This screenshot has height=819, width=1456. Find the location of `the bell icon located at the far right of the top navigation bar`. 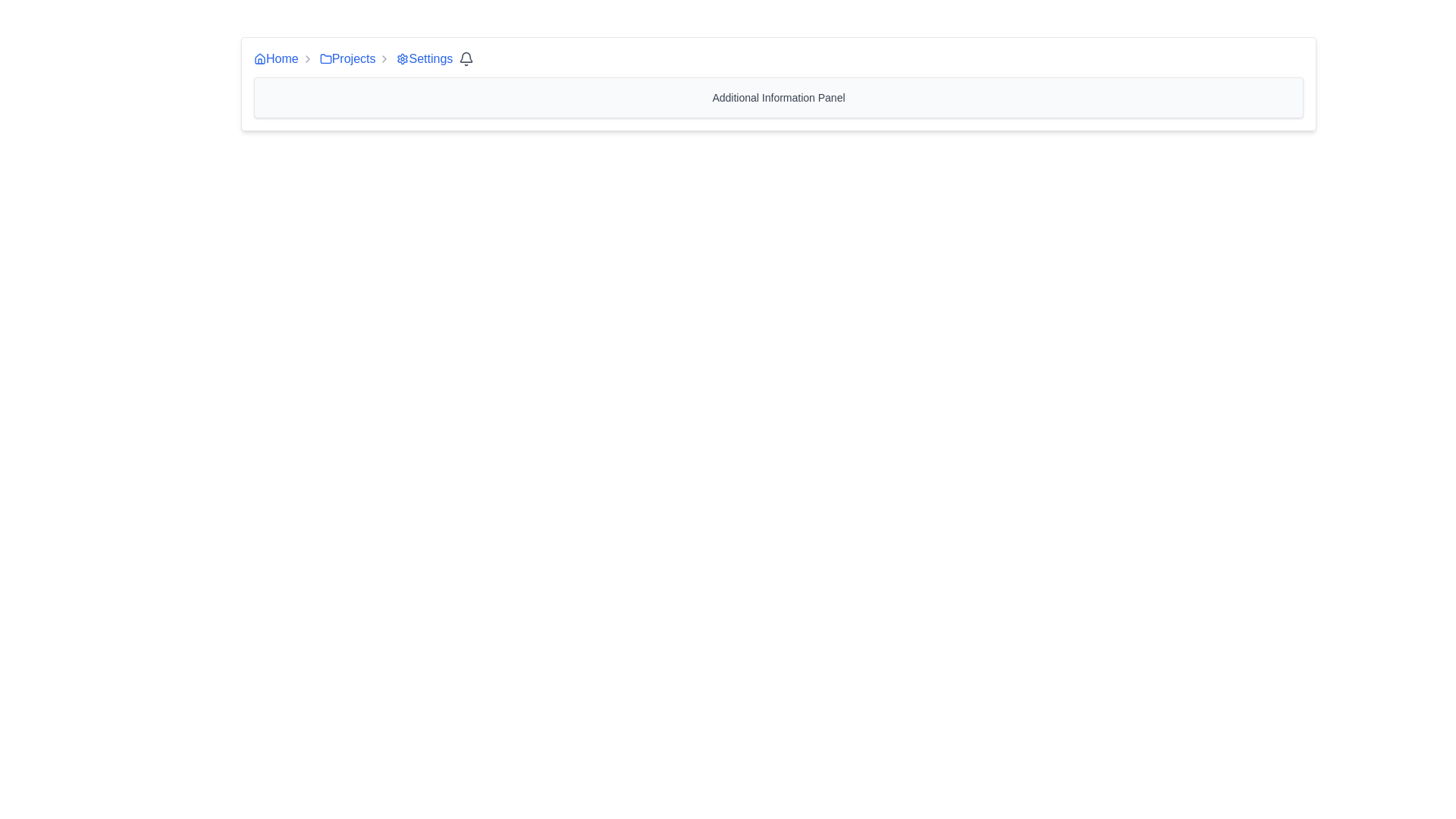

the bell icon located at the far right of the top navigation bar is located at coordinates (466, 58).